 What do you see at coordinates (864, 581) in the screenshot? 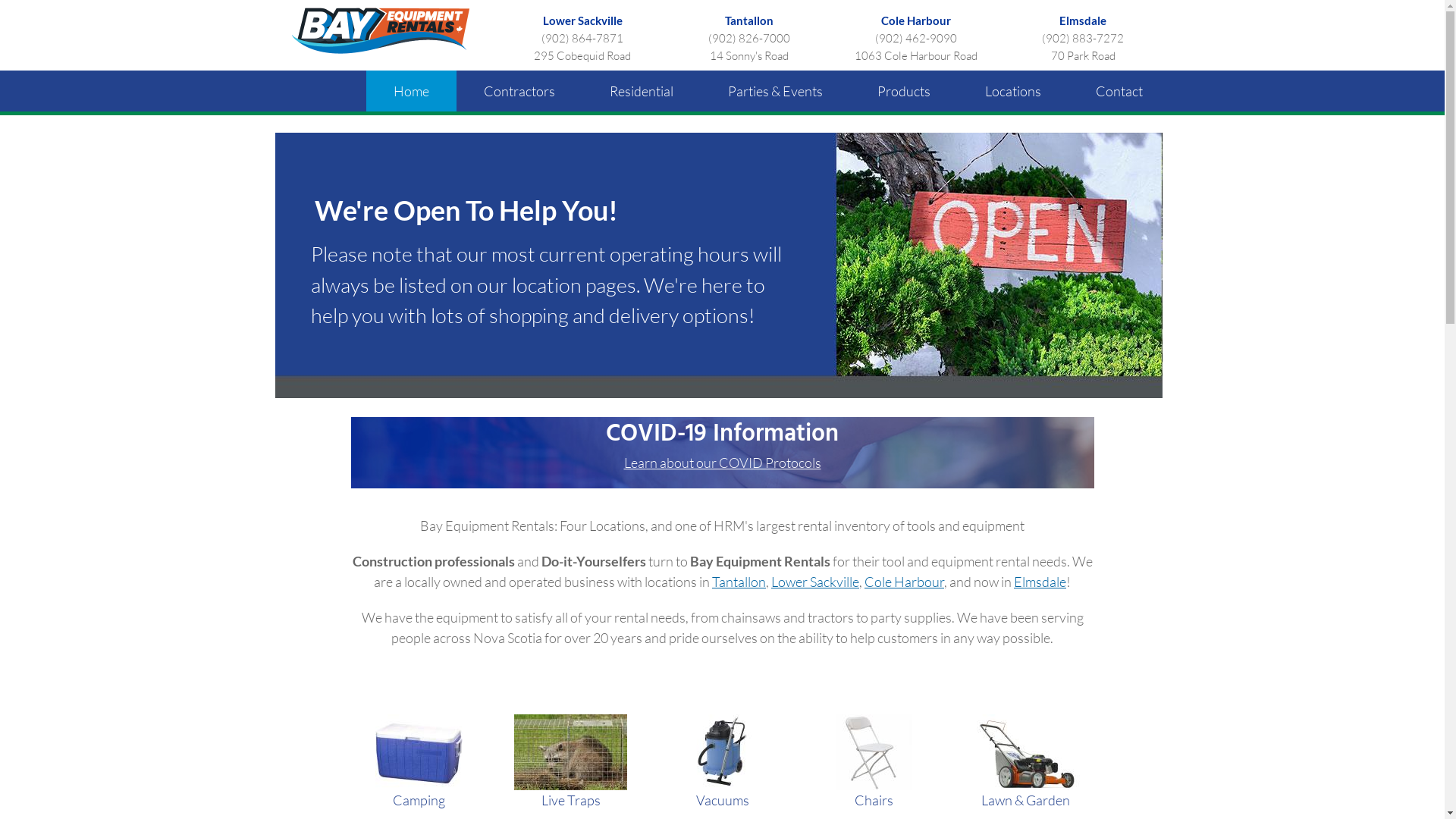
I see `'Cole Harbour'` at bounding box center [864, 581].